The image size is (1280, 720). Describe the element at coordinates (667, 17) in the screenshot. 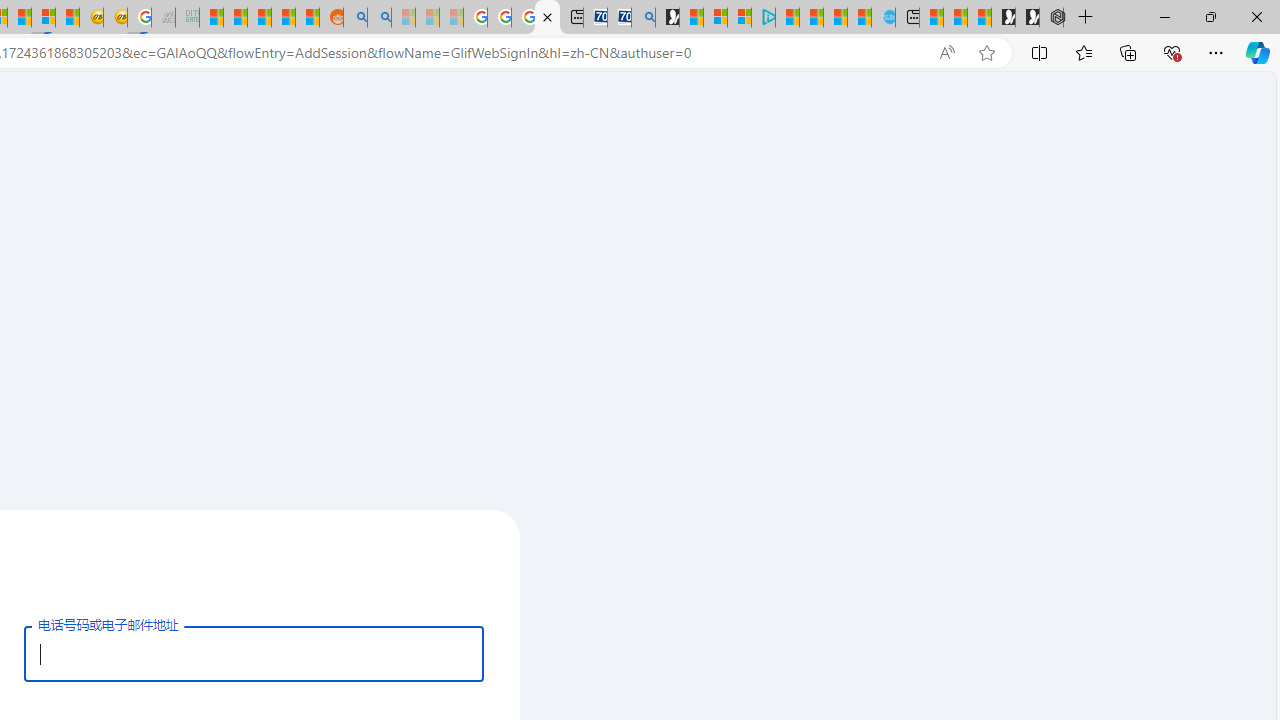

I see `'Microsoft Start Gaming'` at that location.